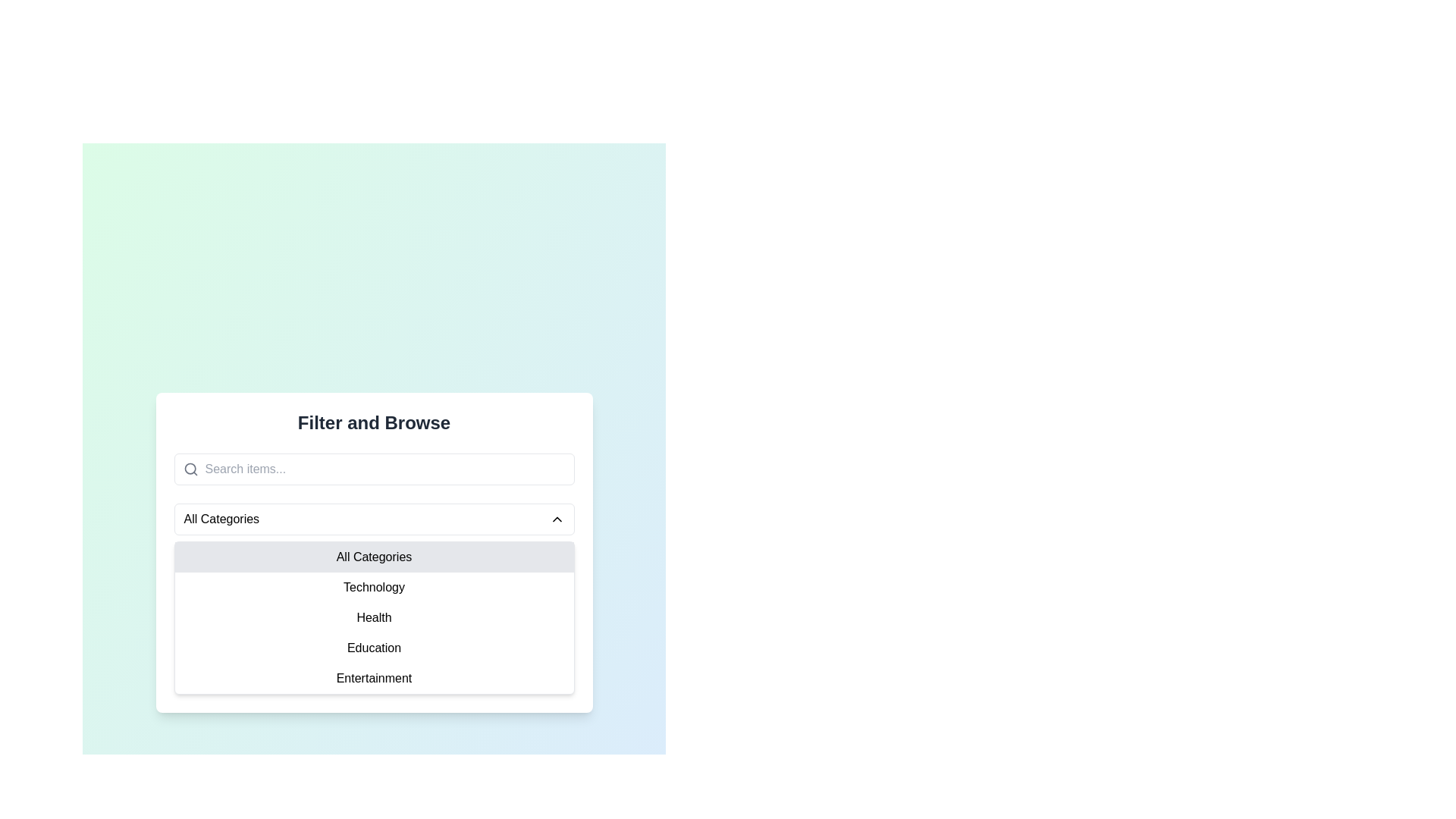 This screenshot has height=819, width=1456. What do you see at coordinates (374, 598) in the screenshot?
I see `the 'Technology' category option in the dropdown menu` at bounding box center [374, 598].